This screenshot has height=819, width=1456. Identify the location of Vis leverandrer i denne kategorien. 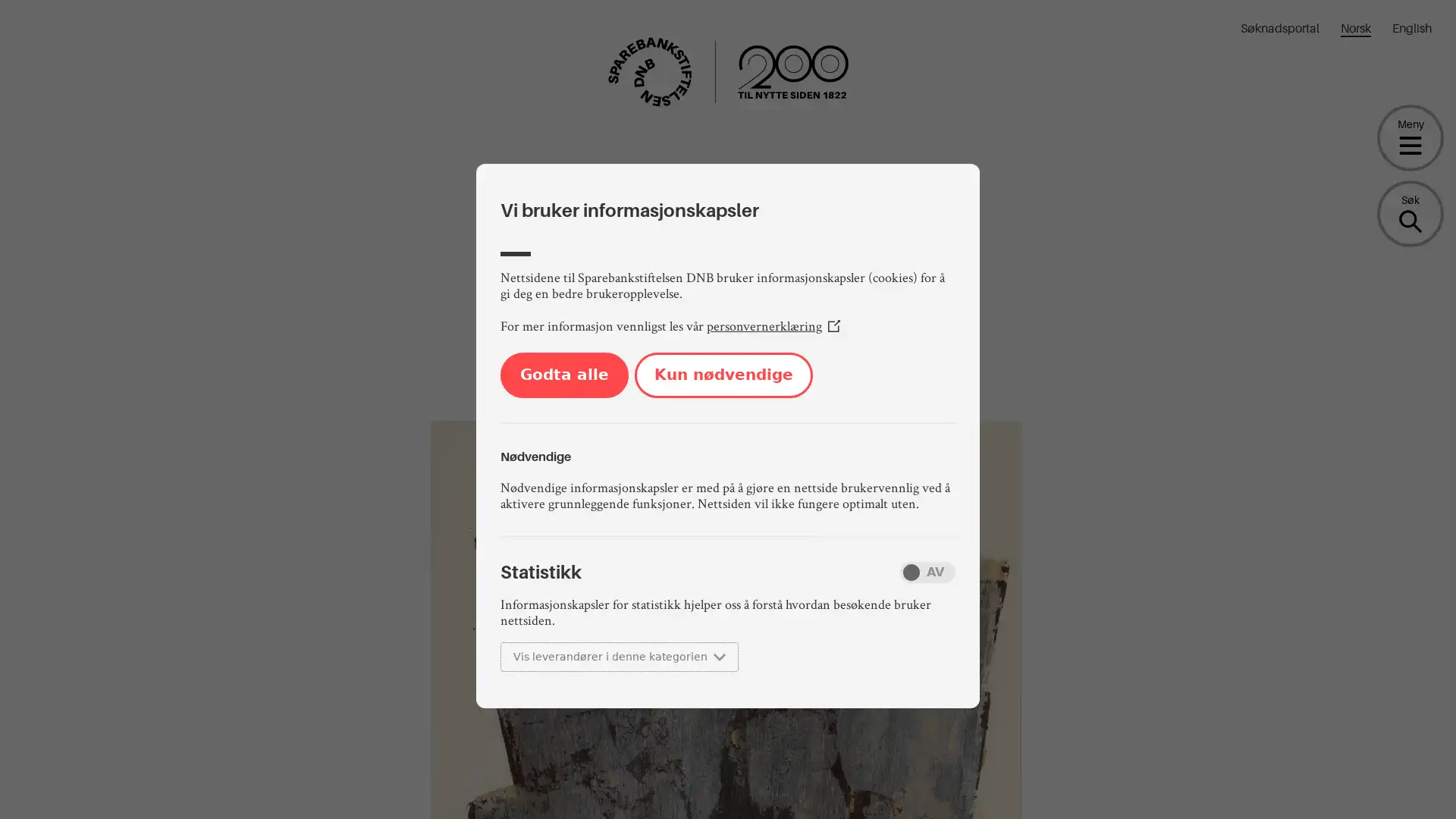
(619, 656).